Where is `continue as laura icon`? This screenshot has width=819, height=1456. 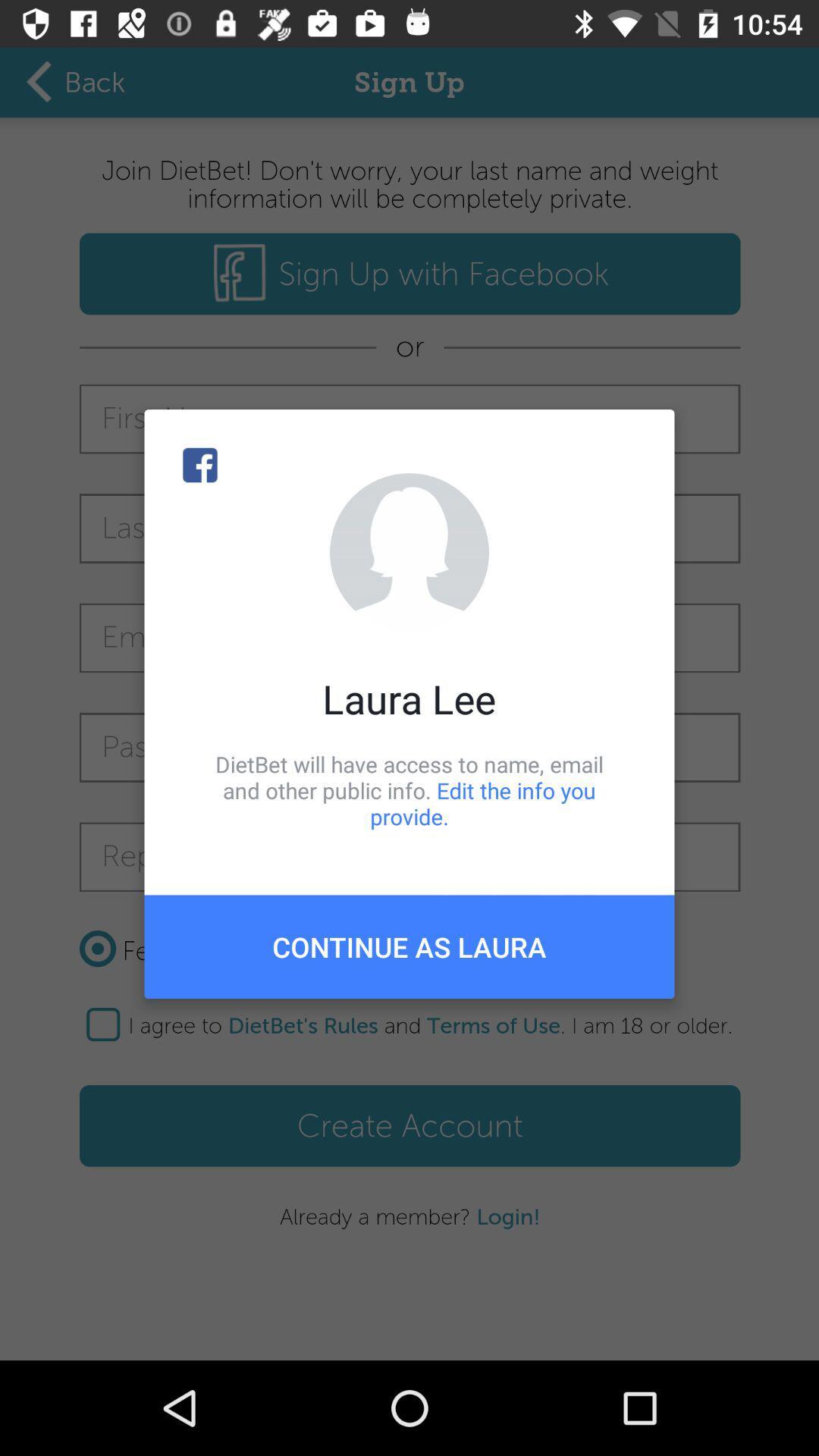
continue as laura icon is located at coordinates (409, 946).